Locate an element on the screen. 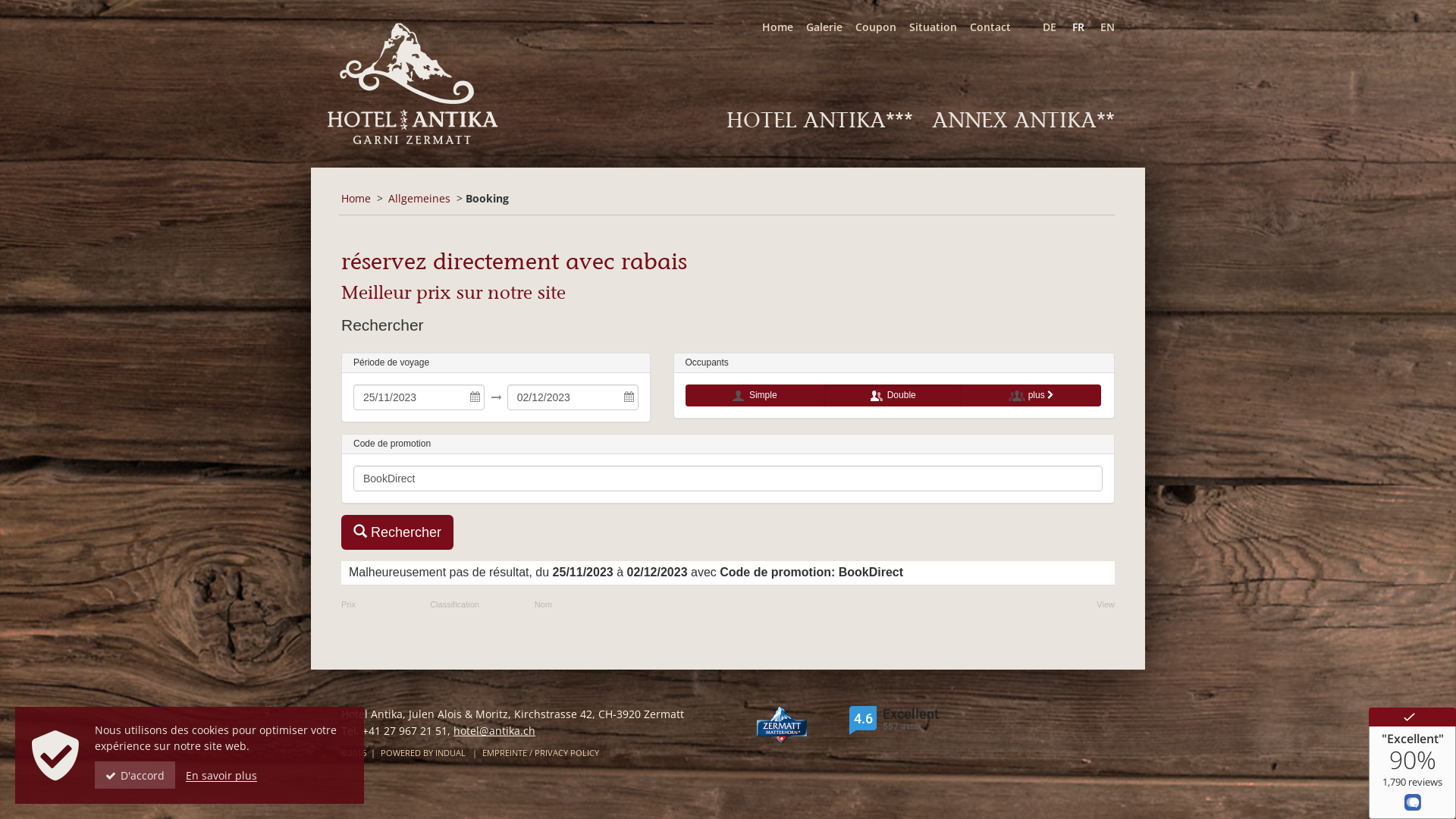  'EN' is located at coordinates (1100, 27).